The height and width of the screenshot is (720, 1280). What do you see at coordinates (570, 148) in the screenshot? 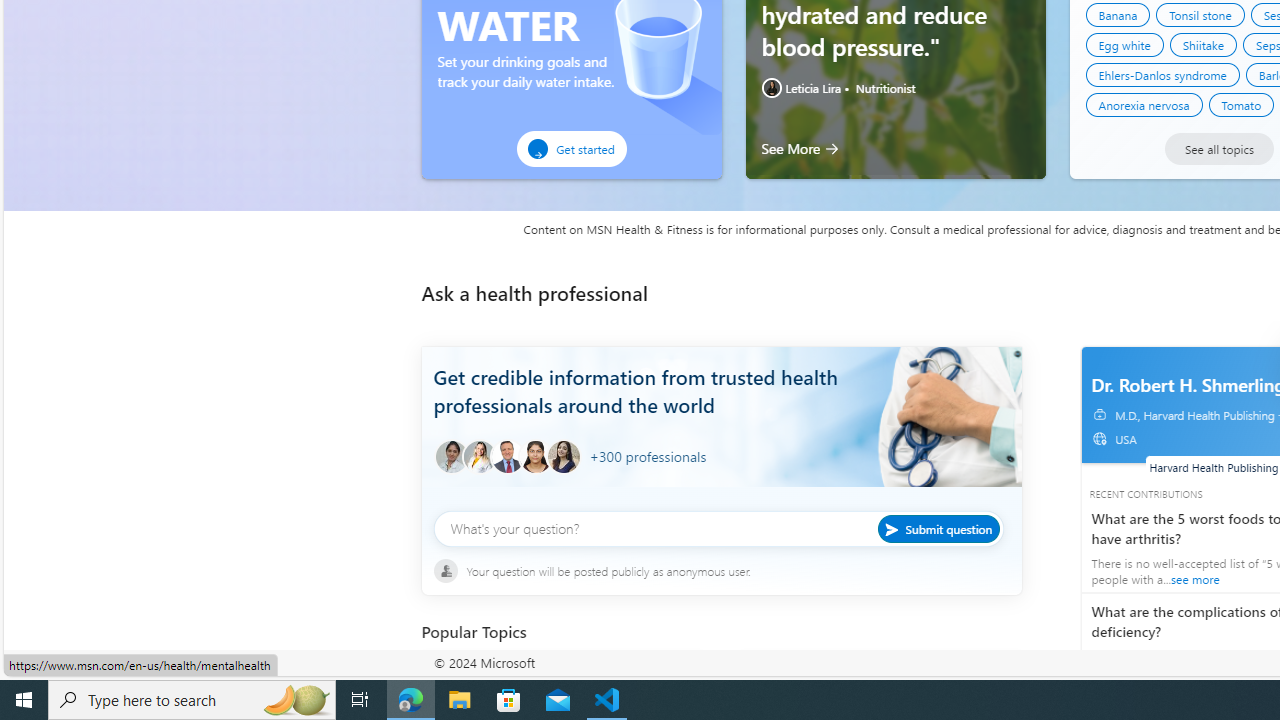
I see `'Get started'` at bounding box center [570, 148].